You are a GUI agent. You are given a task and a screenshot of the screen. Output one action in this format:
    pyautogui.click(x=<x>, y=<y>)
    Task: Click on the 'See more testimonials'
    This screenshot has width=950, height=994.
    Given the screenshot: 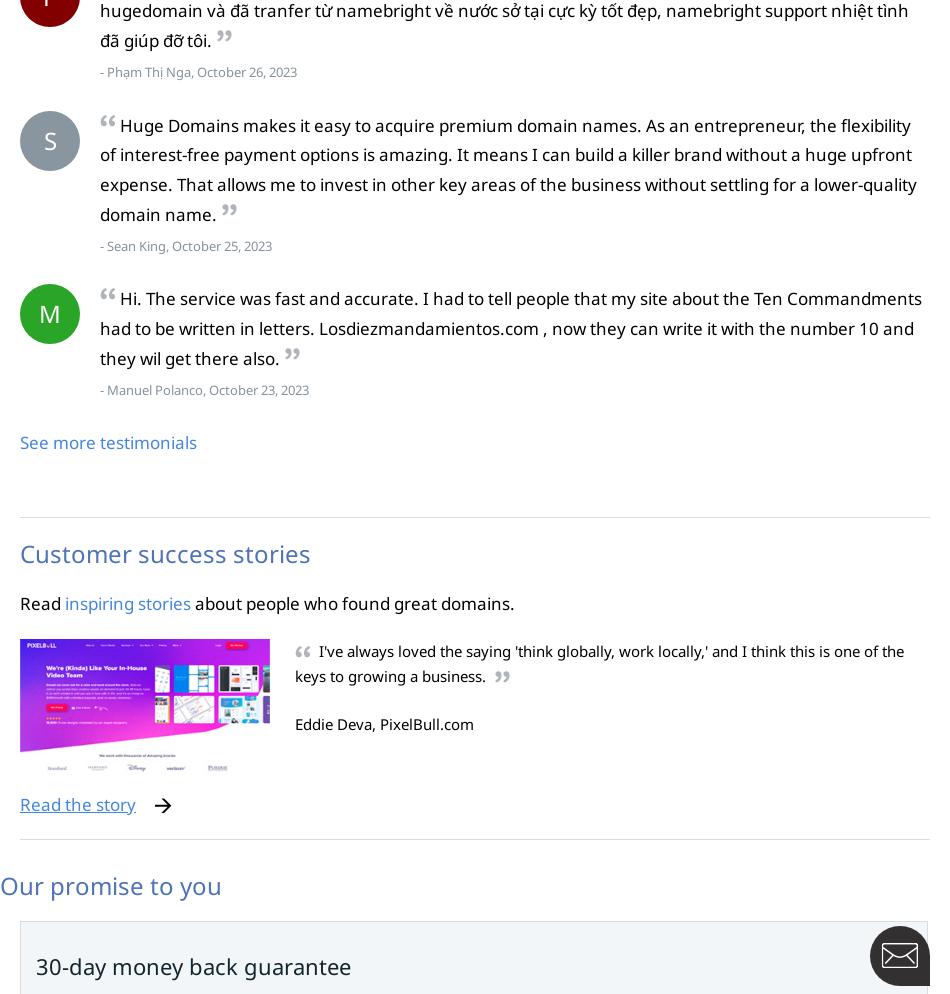 What is the action you would take?
    pyautogui.click(x=108, y=442)
    